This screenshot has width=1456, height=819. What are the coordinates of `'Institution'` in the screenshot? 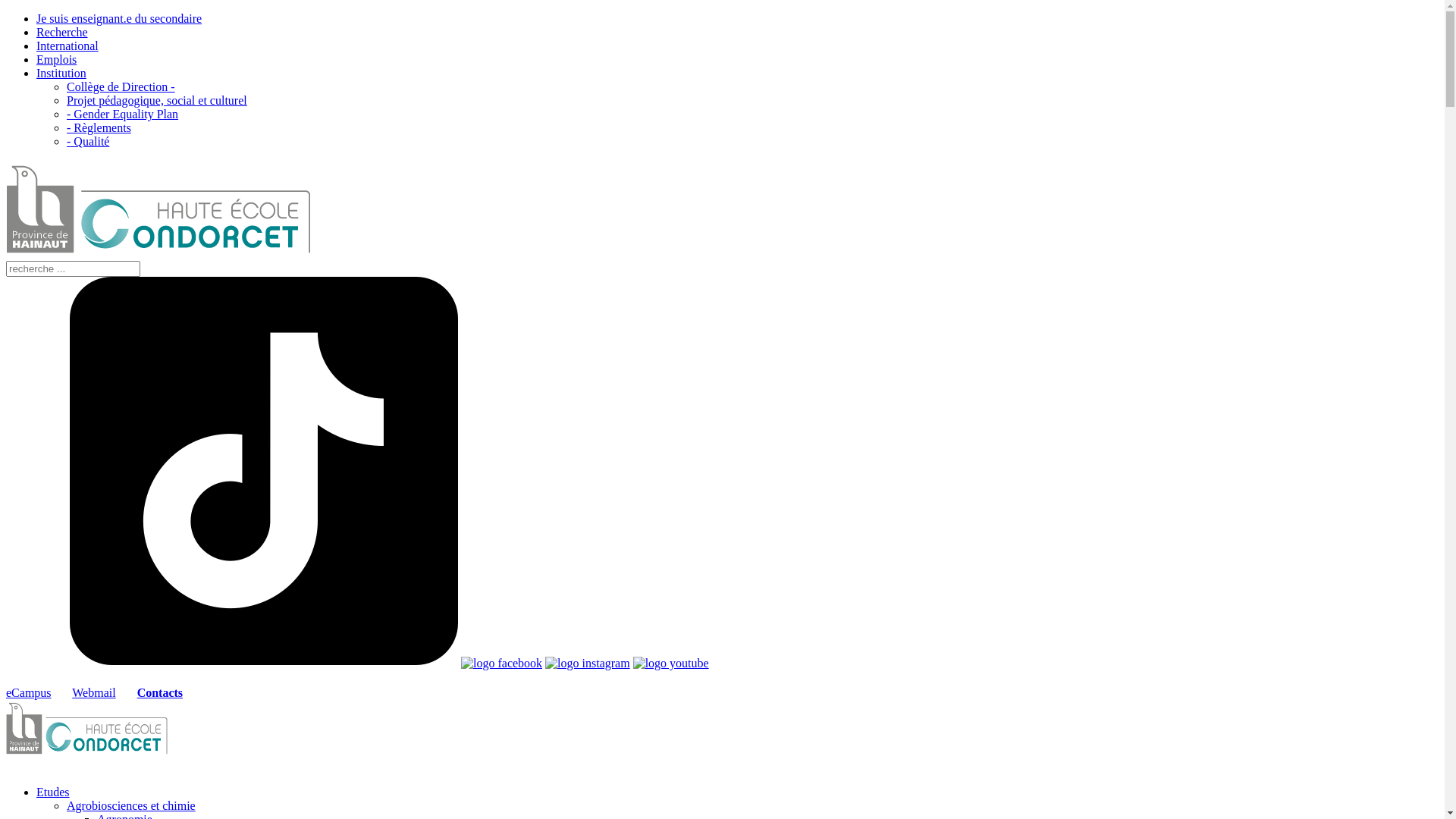 It's located at (61, 73).